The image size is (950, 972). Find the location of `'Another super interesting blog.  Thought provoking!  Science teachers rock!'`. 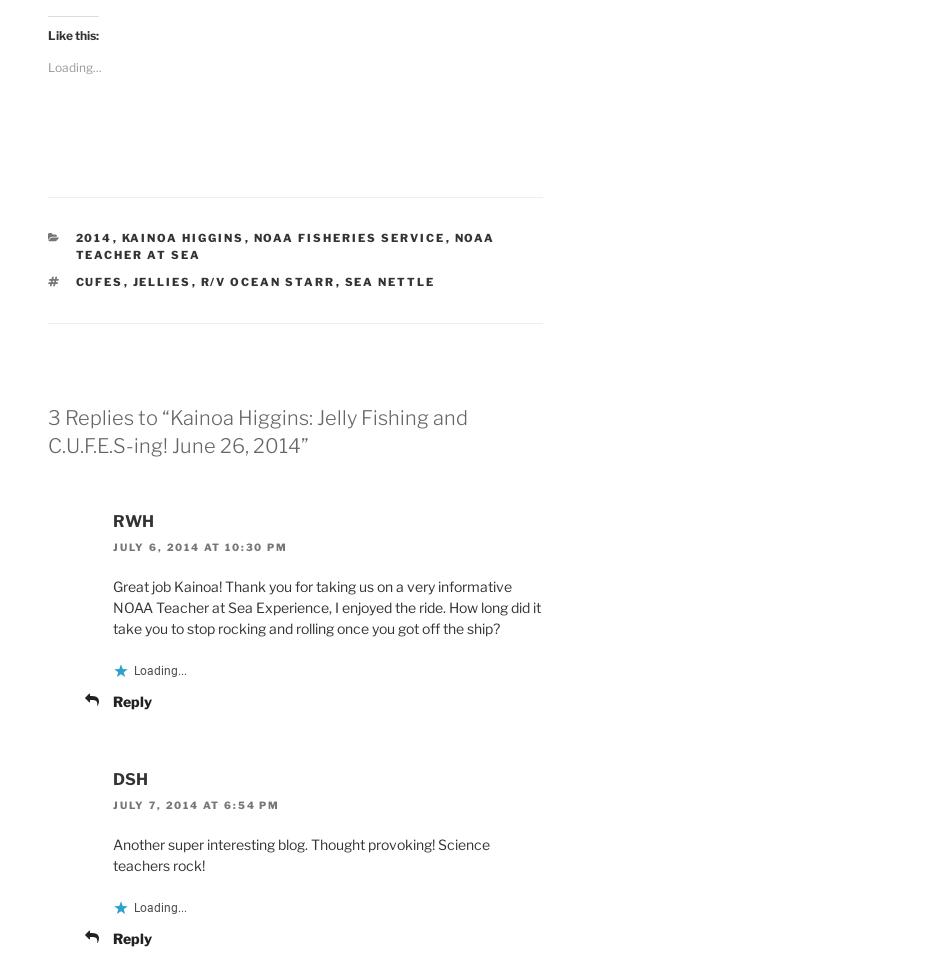

'Another super interesting blog.  Thought provoking!  Science teachers rock!' is located at coordinates (300, 854).